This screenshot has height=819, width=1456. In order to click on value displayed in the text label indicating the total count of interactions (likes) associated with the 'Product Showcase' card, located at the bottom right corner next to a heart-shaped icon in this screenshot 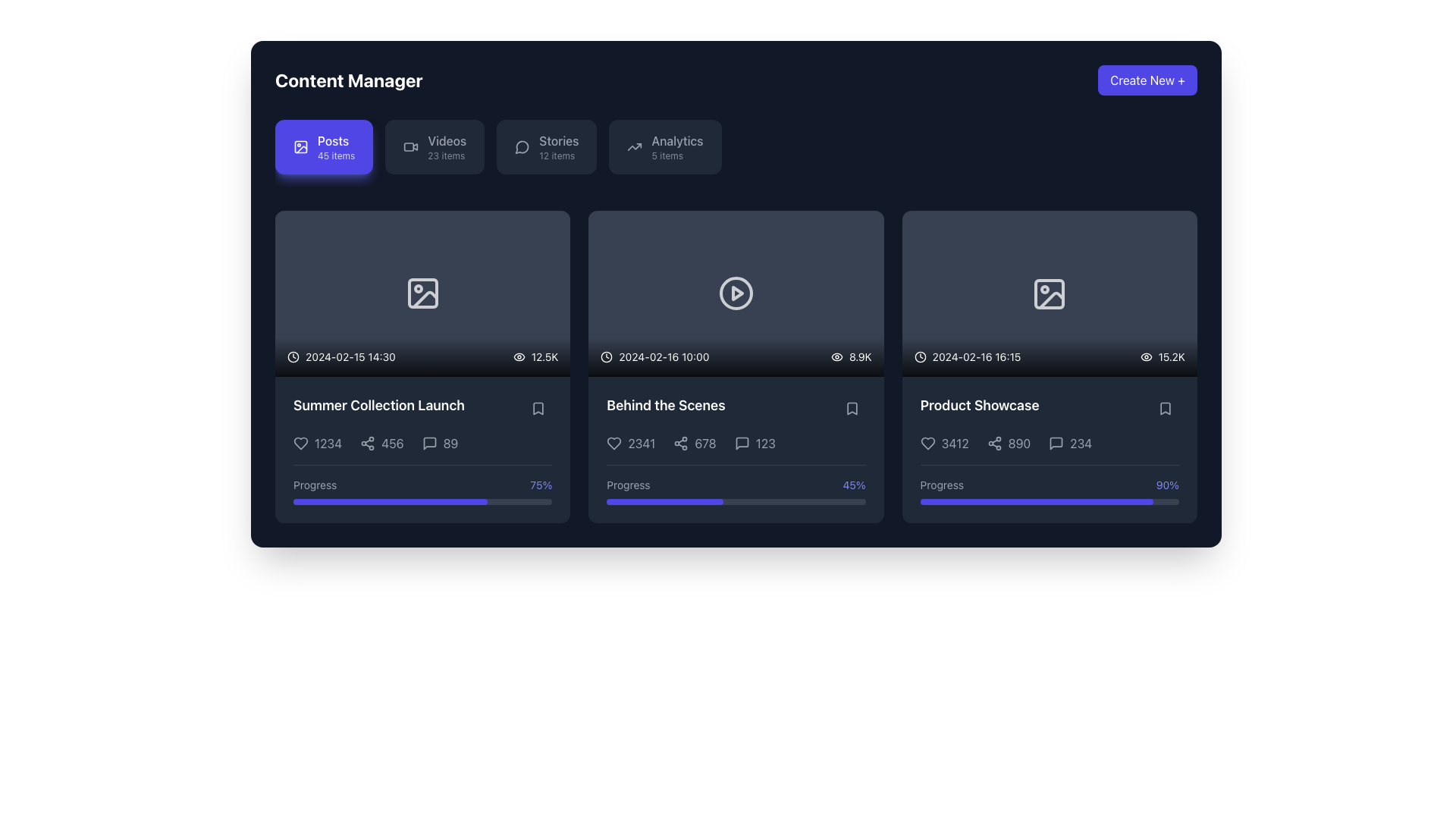, I will do `click(954, 444)`.